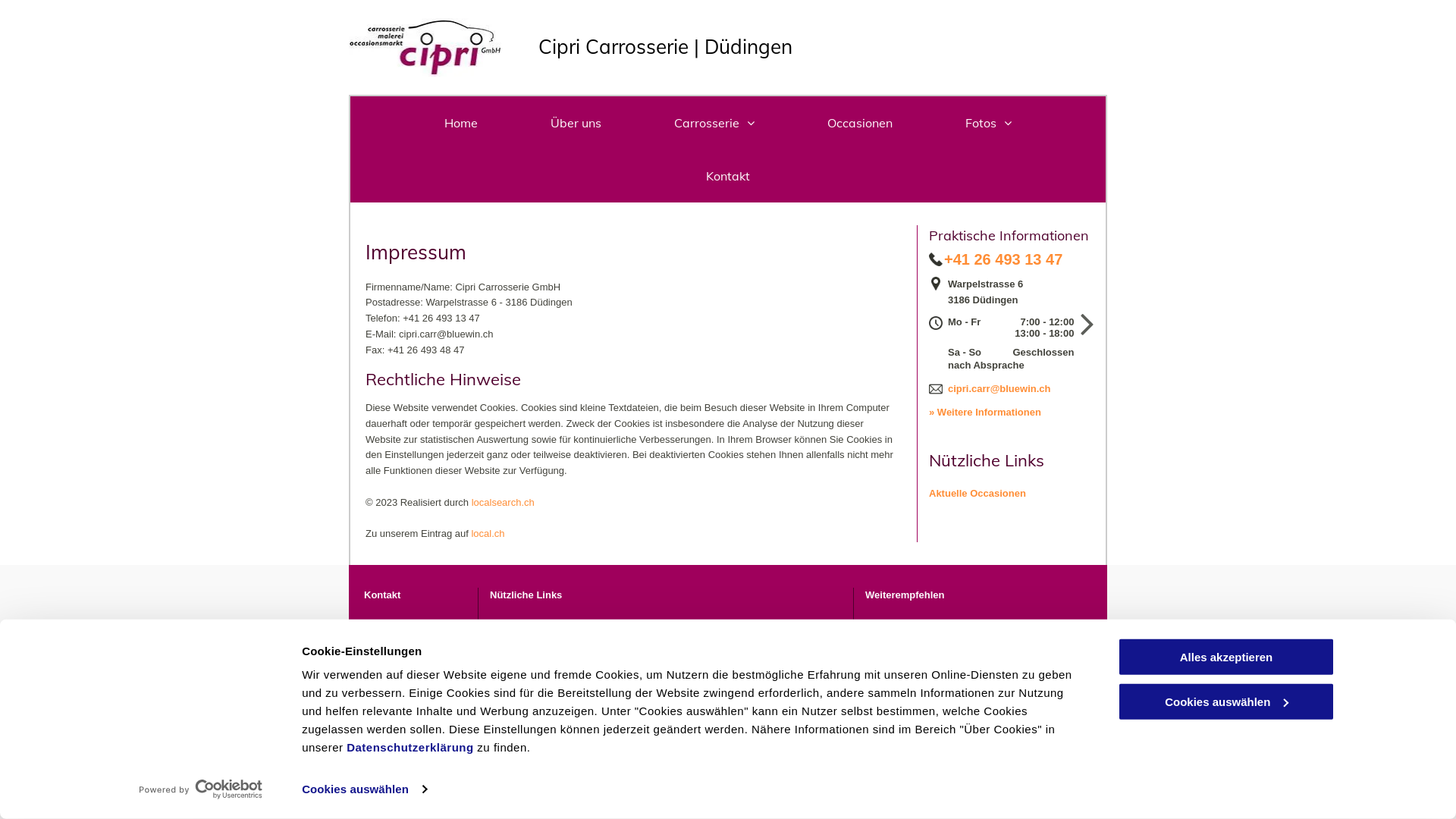  Describe the element at coordinates (728, 174) in the screenshot. I see `'Kontakt'` at that location.